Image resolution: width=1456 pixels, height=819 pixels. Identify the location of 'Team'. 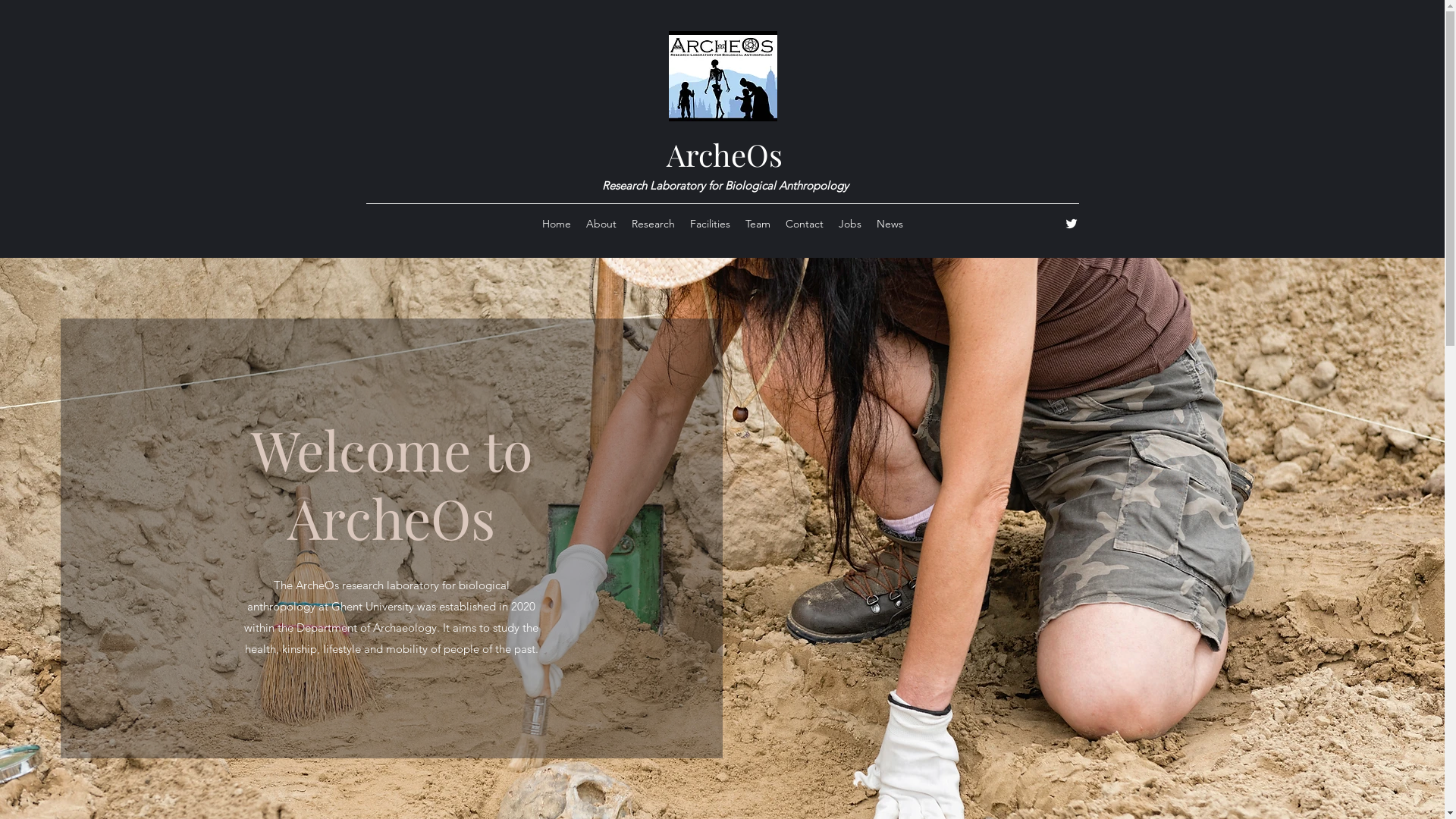
(757, 223).